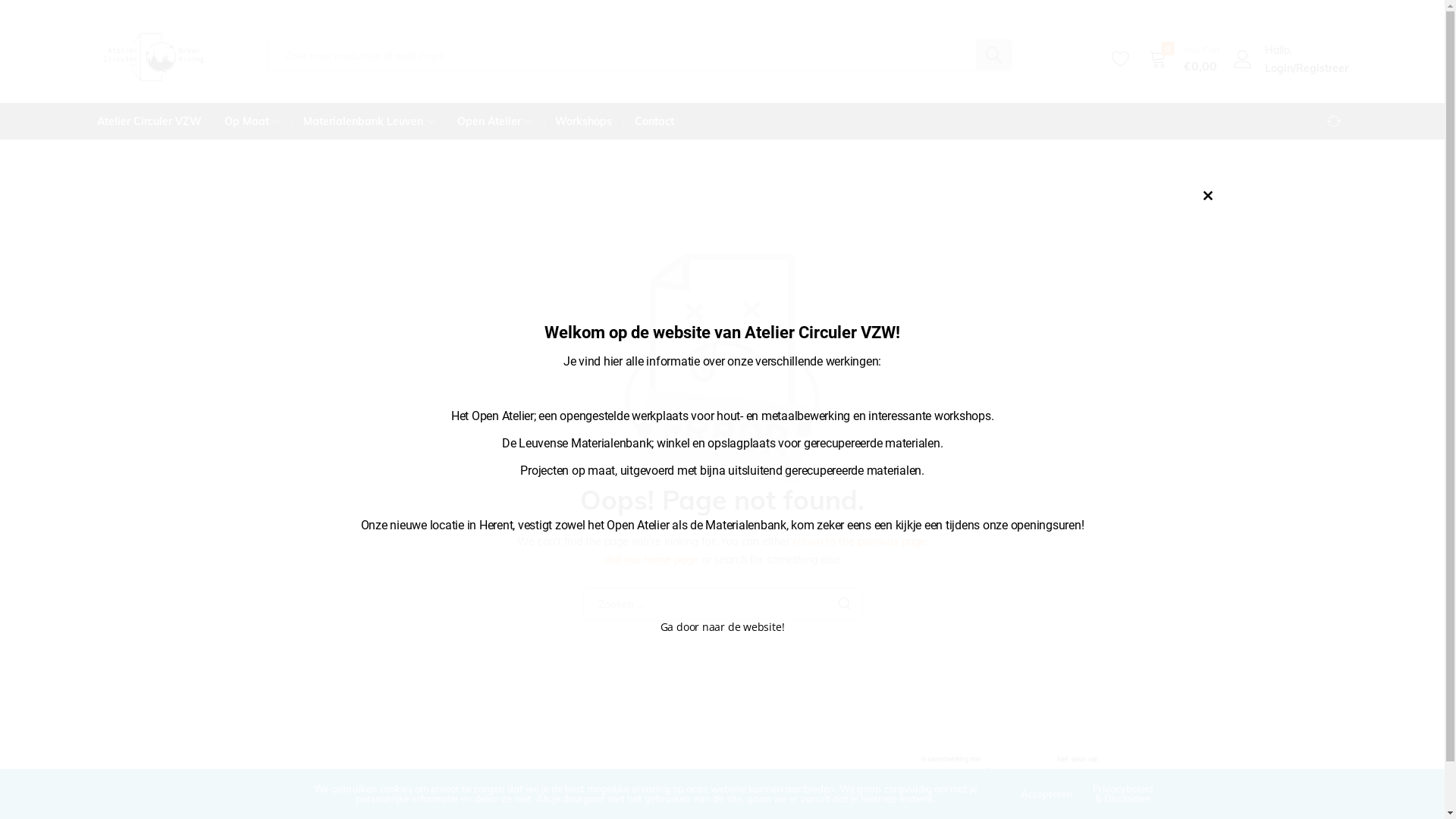  Describe the element at coordinates (1123, 792) in the screenshot. I see `'Privacybeleid & Disclaimer'` at that location.